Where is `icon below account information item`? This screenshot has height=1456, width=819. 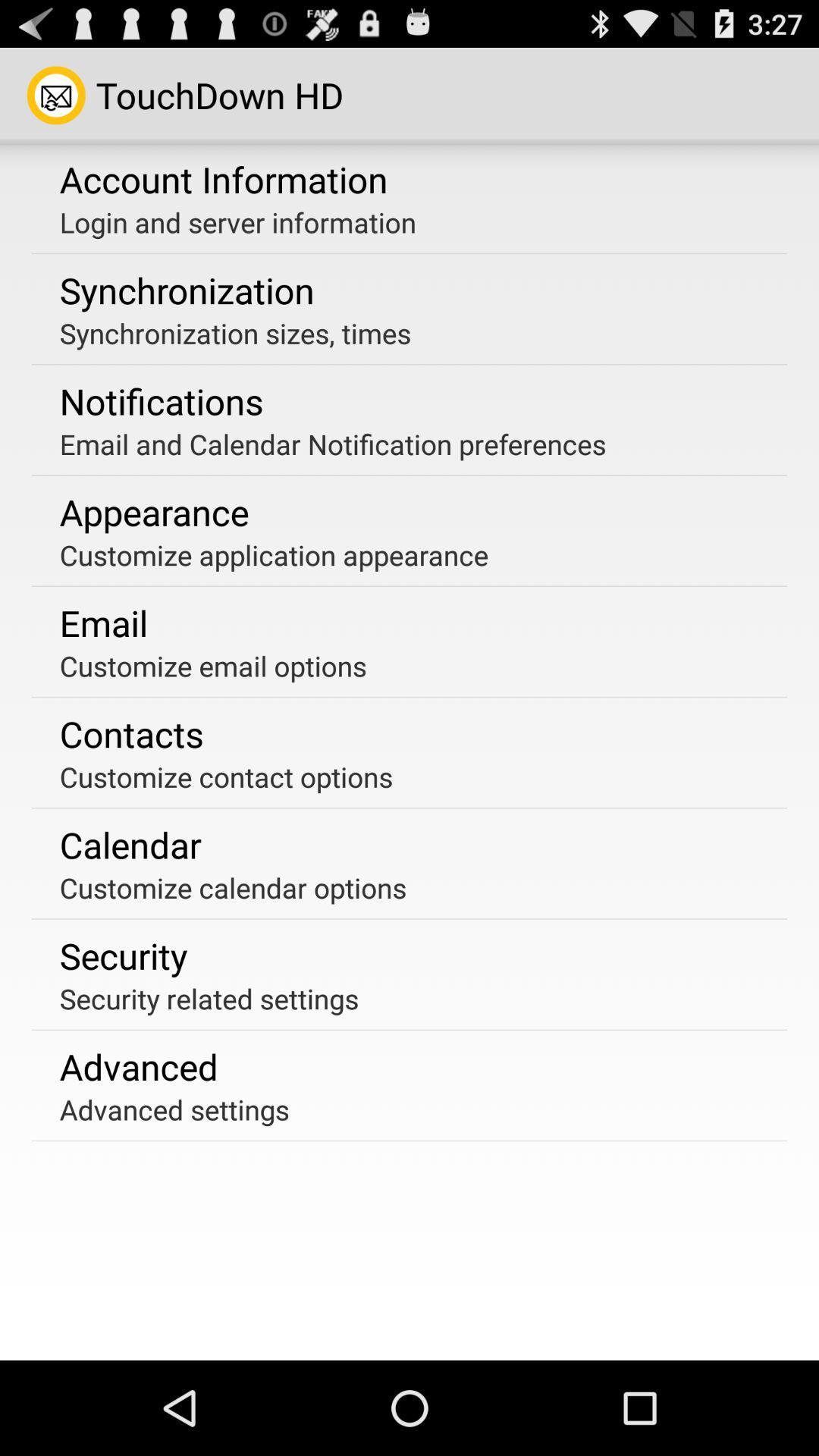
icon below account information item is located at coordinates (237, 221).